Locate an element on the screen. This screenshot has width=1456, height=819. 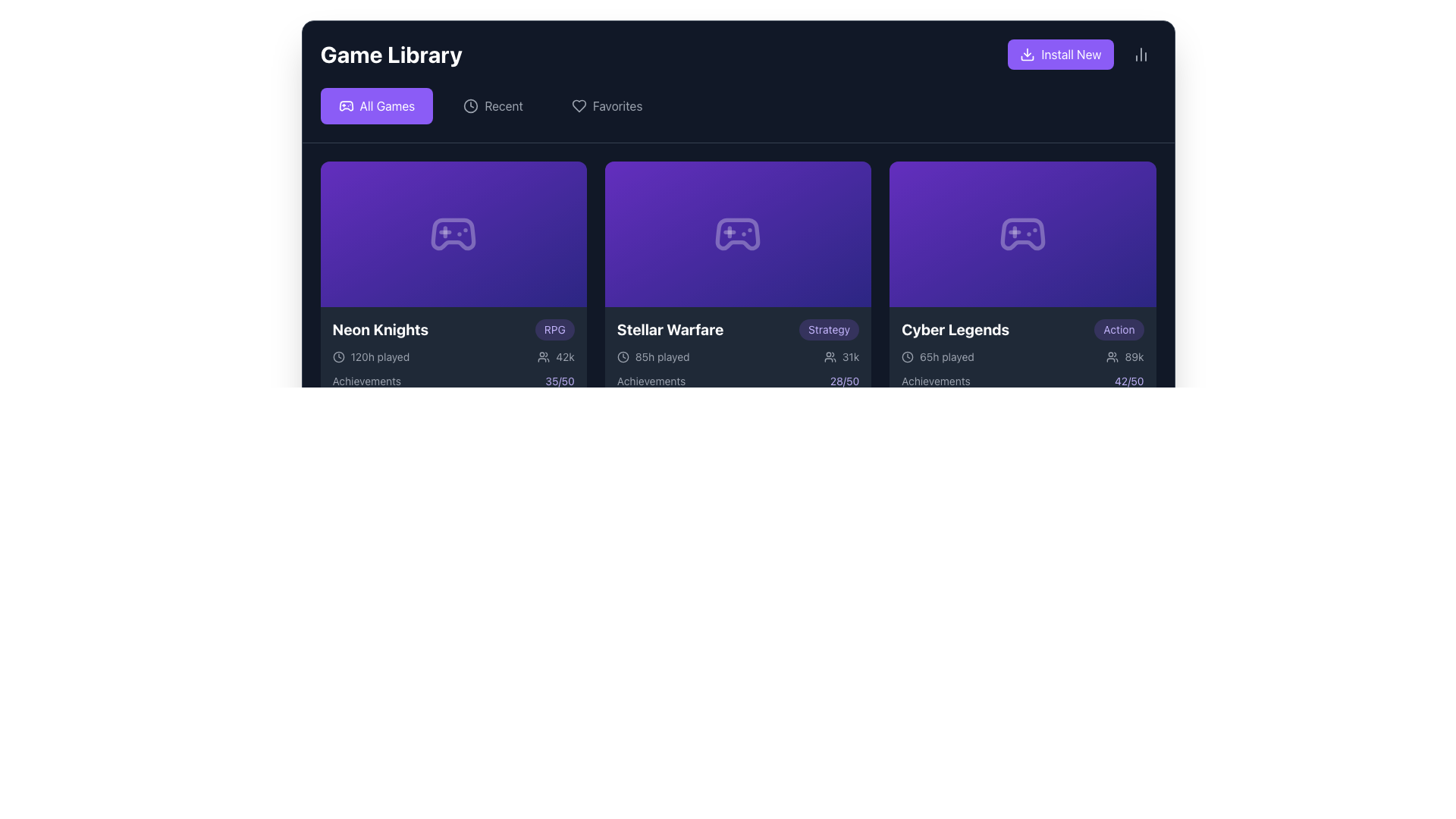
the text with icon displaying the number of users associated with the game 'Neon Knights', located in the bottom section of the first card in the game entries grid, to the far right of '120h played' is located at coordinates (555, 356).